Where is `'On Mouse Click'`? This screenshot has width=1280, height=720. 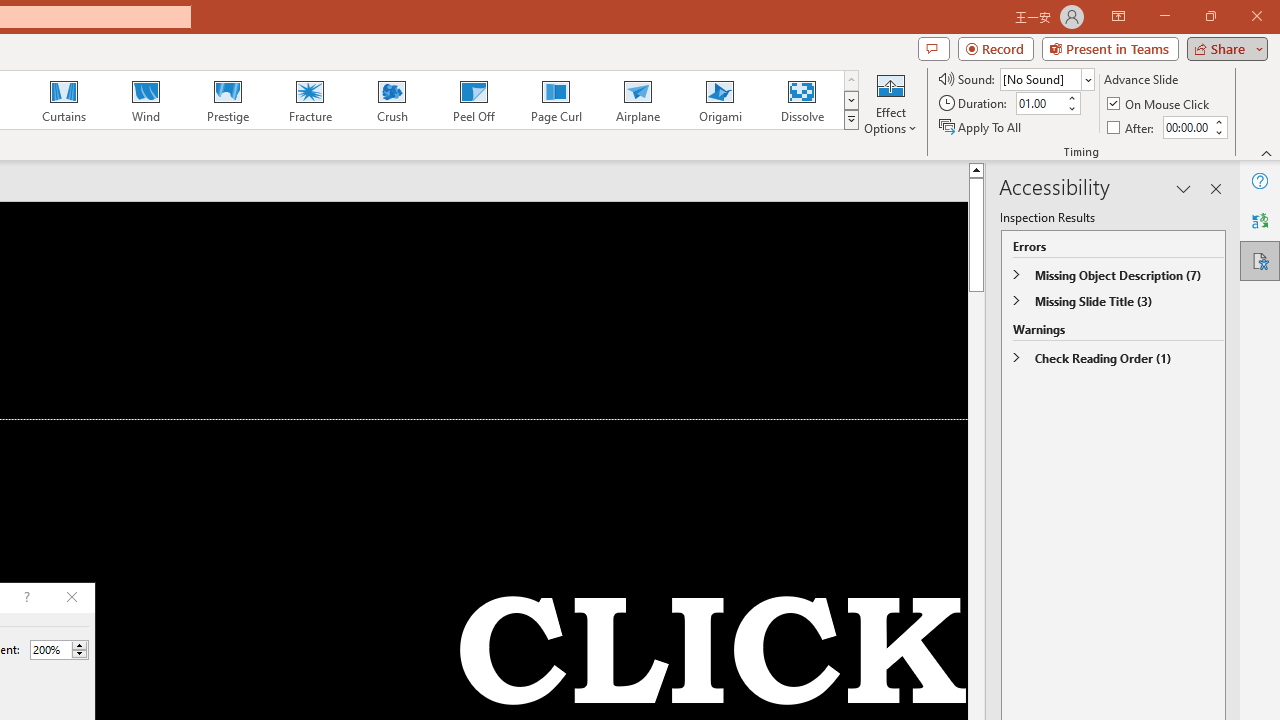
'On Mouse Click' is located at coordinates (1159, 103).